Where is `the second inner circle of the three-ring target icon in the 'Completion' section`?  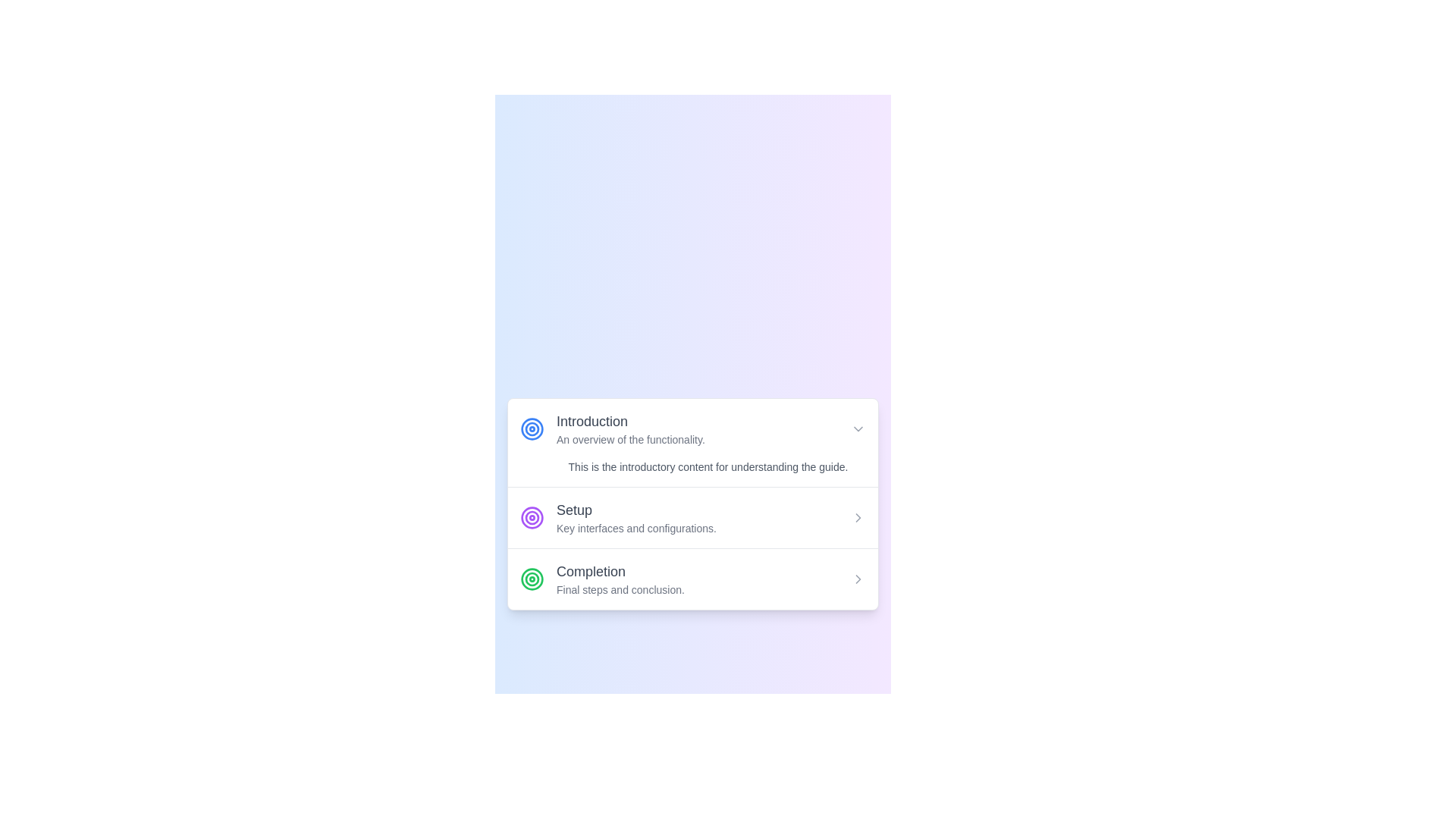 the second inner circle of the three-ring target icon in the 'Completion' section is located at coordinates (532, 579).